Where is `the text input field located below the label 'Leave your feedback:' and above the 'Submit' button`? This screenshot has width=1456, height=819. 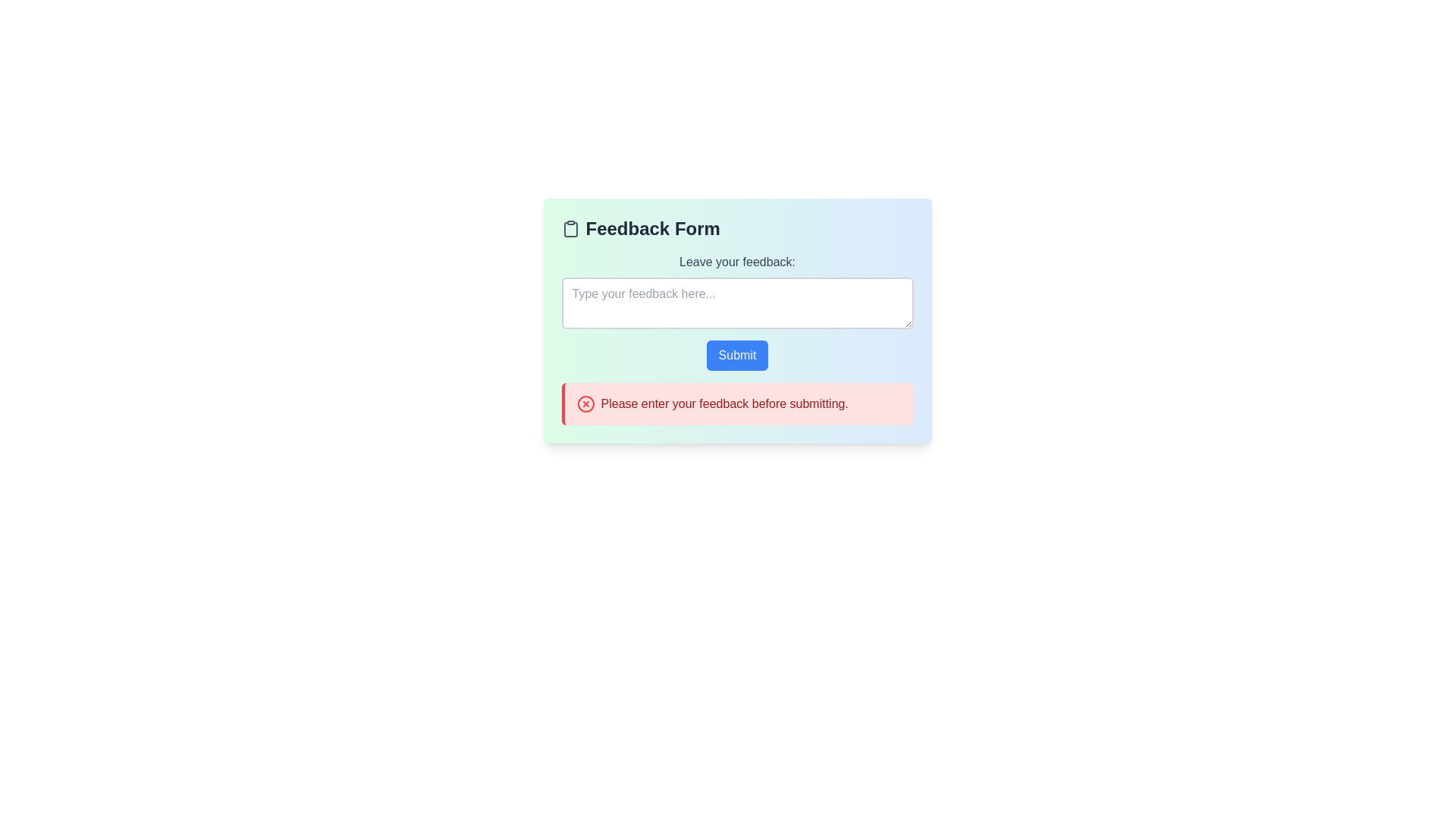
the text input field located below the label 'Leave your feedback:' and above the 'Submit' button is located at coordinates (737, 320).